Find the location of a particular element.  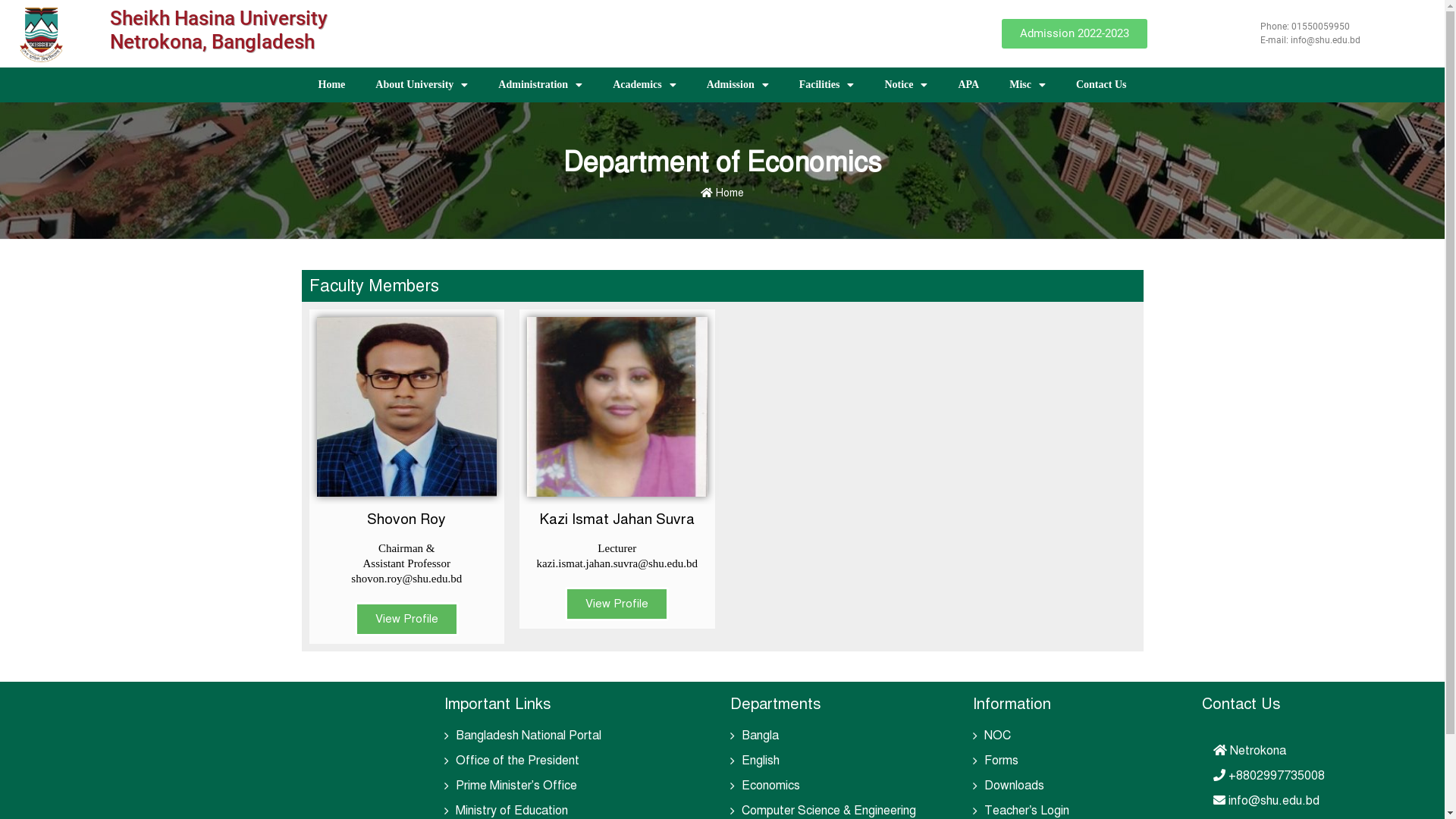

'Bangla' is located at coordinates (760, 734).